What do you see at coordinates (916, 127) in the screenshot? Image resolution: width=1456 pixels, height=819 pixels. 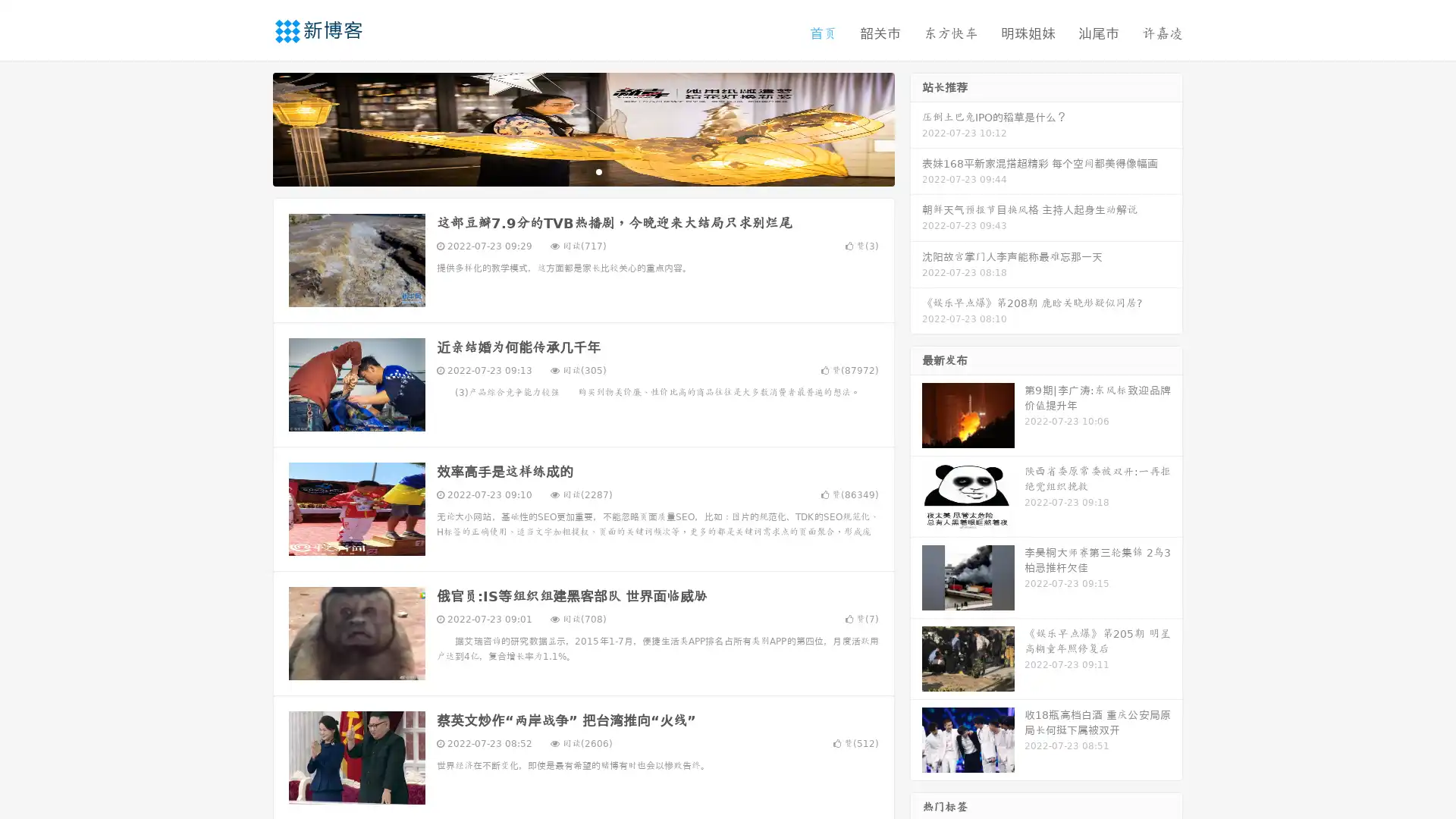 I see `Next slide` at bounding box center [916, 127].